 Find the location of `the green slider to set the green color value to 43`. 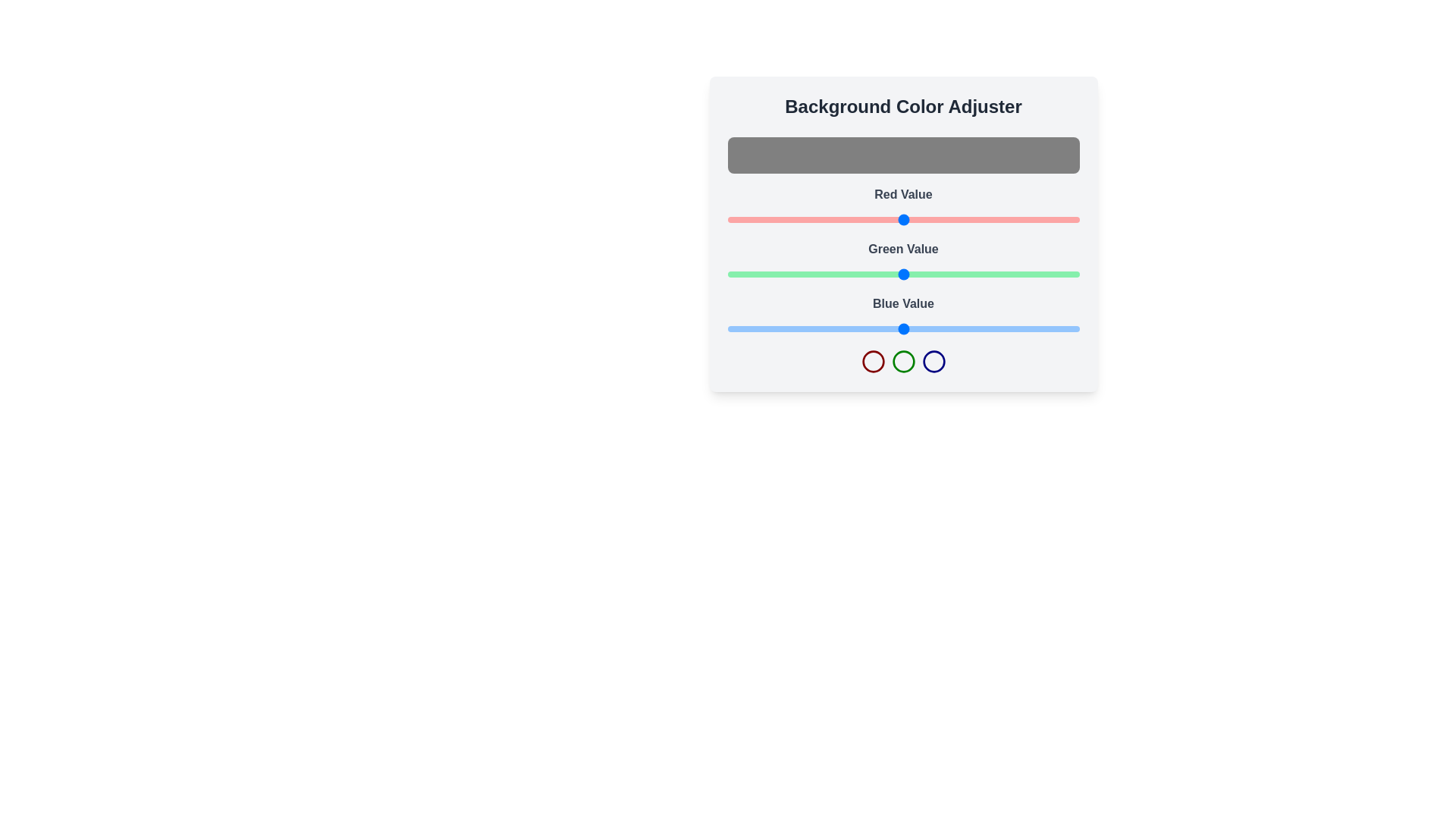

the green slider to set the green color value to 43 is located at coordinates (786, 275).